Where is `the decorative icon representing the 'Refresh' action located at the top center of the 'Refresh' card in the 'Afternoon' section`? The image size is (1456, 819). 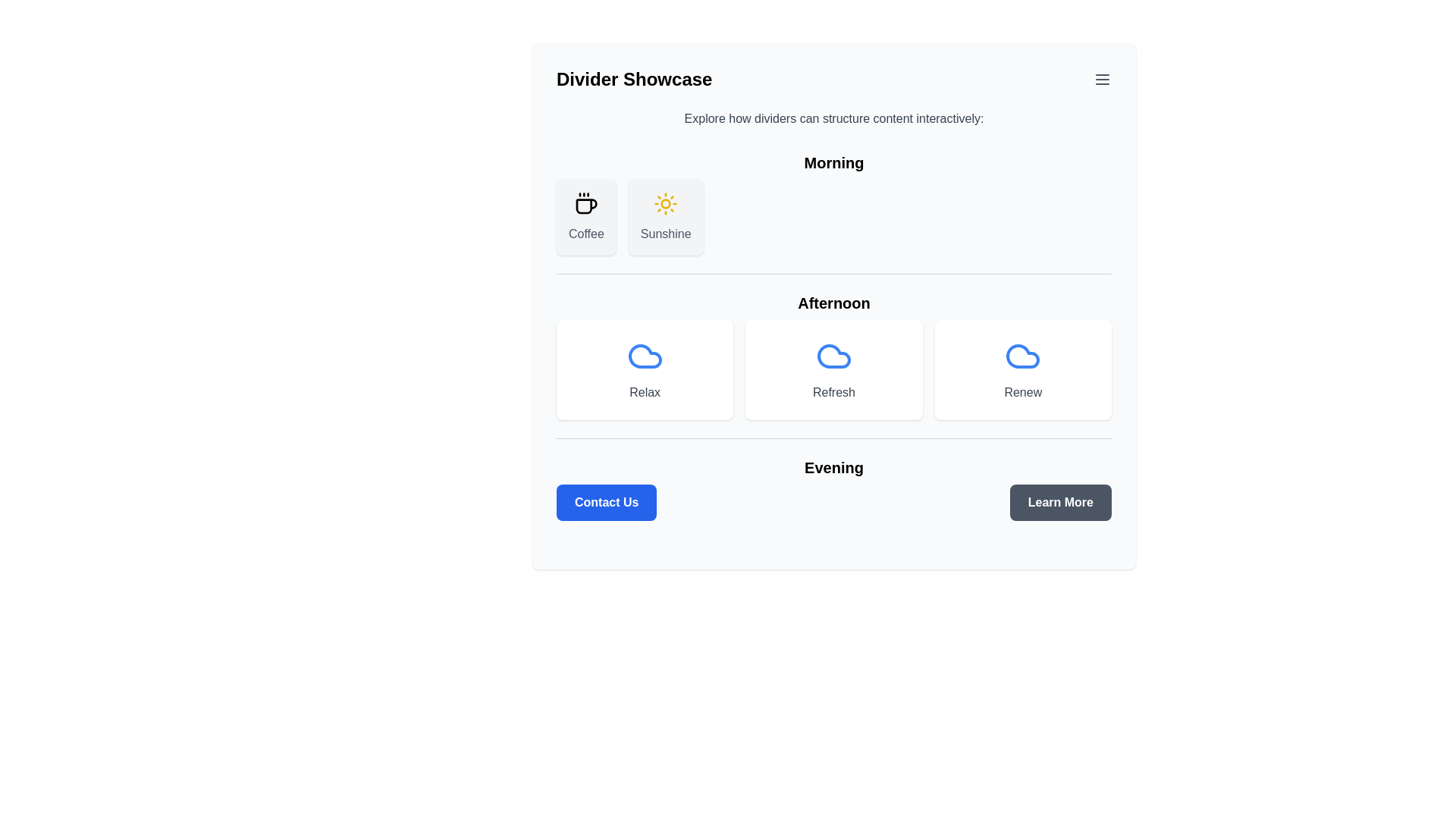 the decorative icon representing the 'Refresh' action located at the top center of the 'Refresh' card in the 'Afternoon' section is located at coordinates (833, 356).